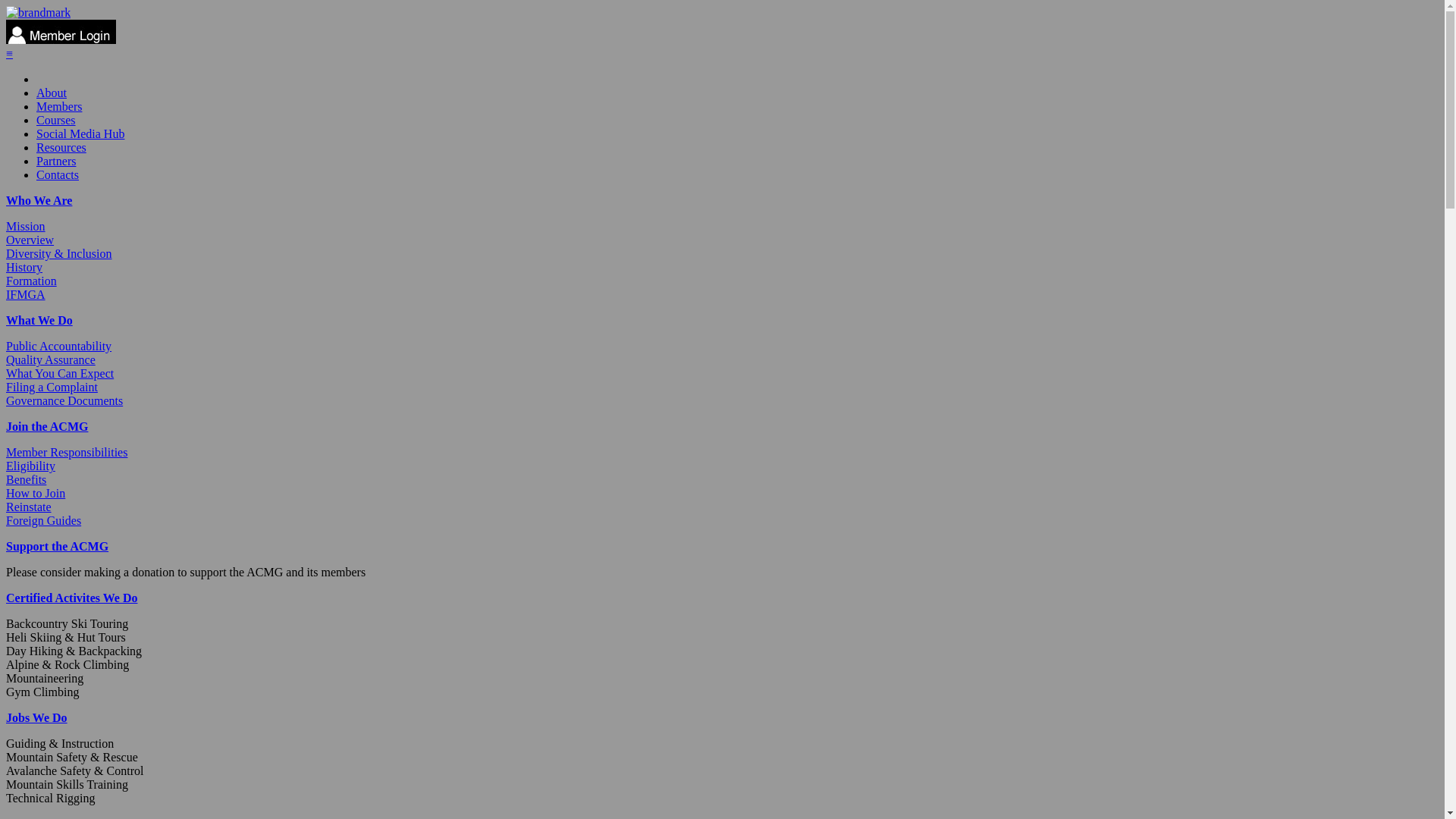 This screenshot has height=819, width=1456. What do you see at coordinates (25, 294) in the screenshot?
I see `'IFMGA'` at bounding box center [25, 294].